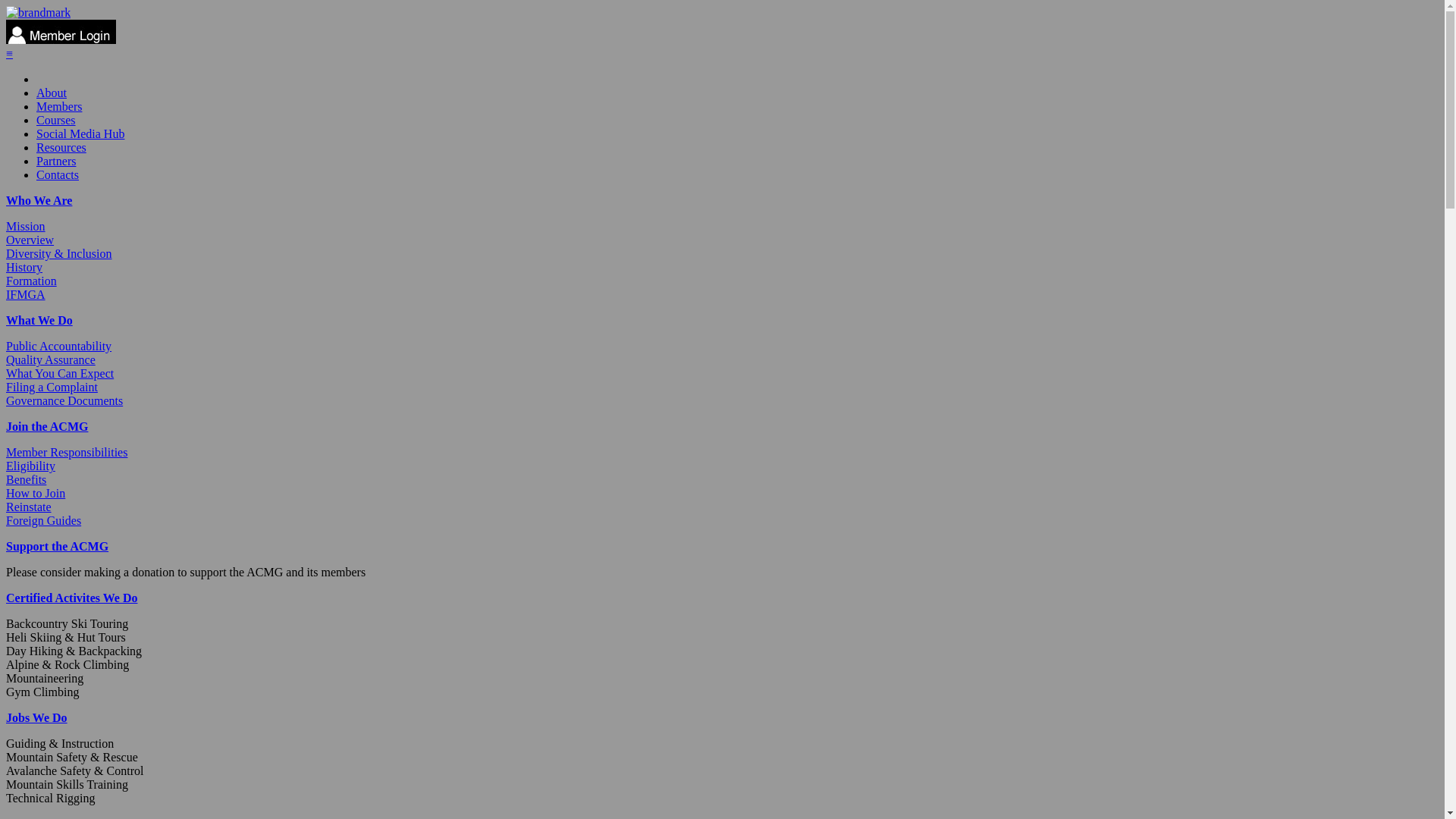 This screenshot has height=819, width=1456. What do you see at coordinates (25, 294) in the screenshot?
I see `'IFMGA'` at bounding box center [25, 294].